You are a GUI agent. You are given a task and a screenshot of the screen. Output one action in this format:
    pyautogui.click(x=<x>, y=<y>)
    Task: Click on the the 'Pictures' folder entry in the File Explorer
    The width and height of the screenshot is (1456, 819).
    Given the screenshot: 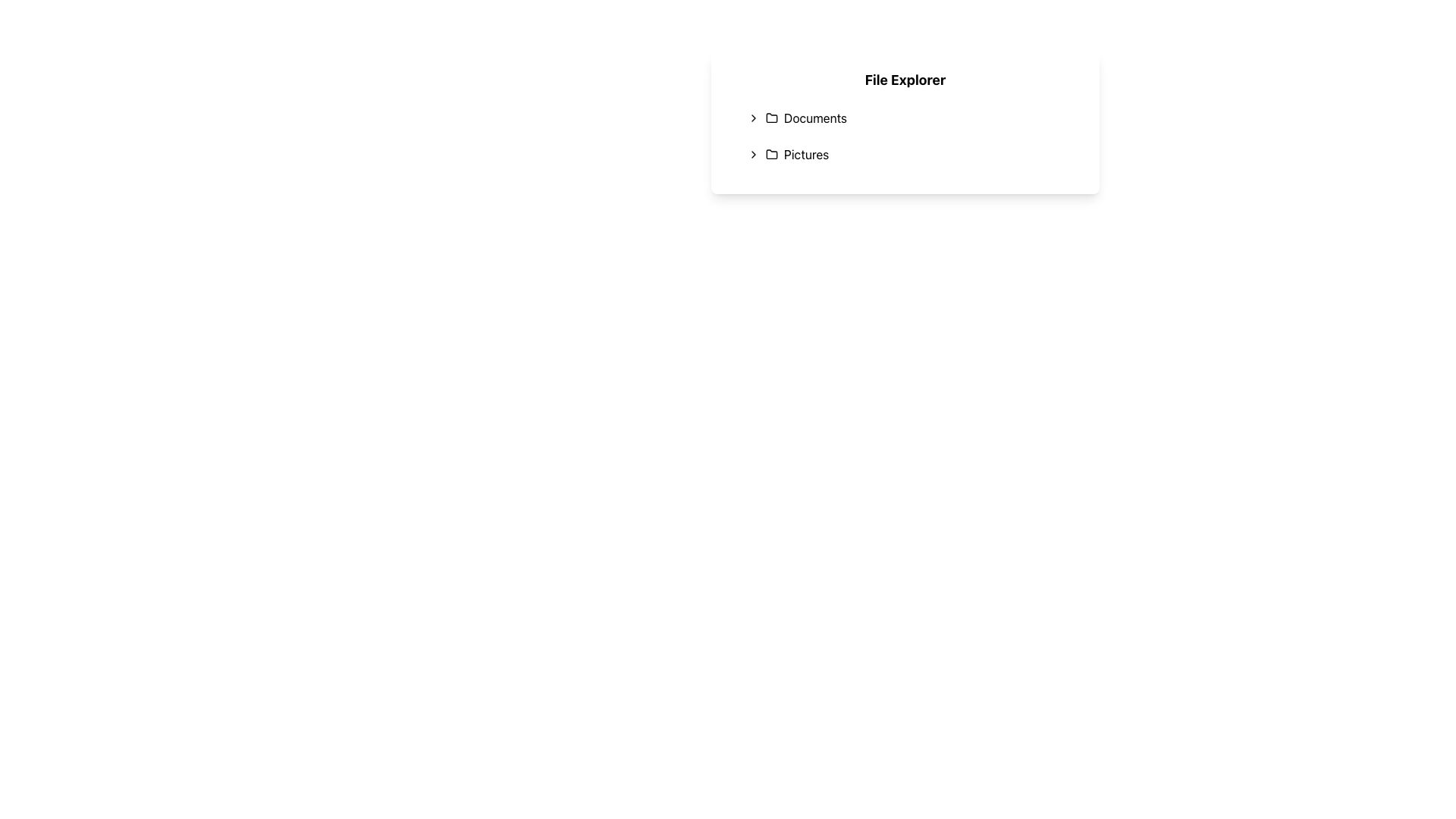 What is the action you would take?
    pyautogui.click(x=910, y=155)
    